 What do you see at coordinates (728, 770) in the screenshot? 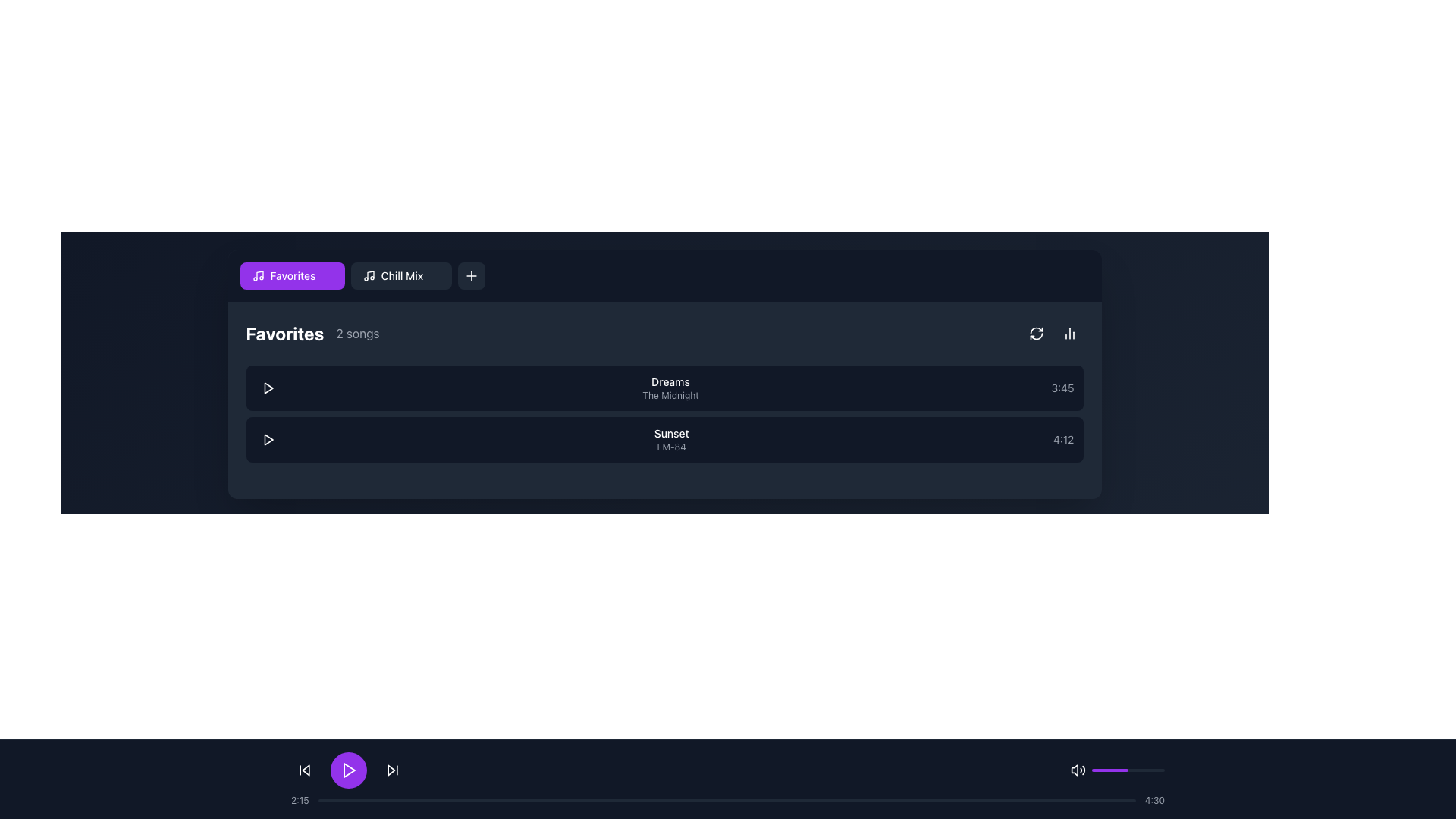
I see `the control panel located at the bottom of the interface, centered horizontally and close to the purple play button` at bounding box center [728, 770].